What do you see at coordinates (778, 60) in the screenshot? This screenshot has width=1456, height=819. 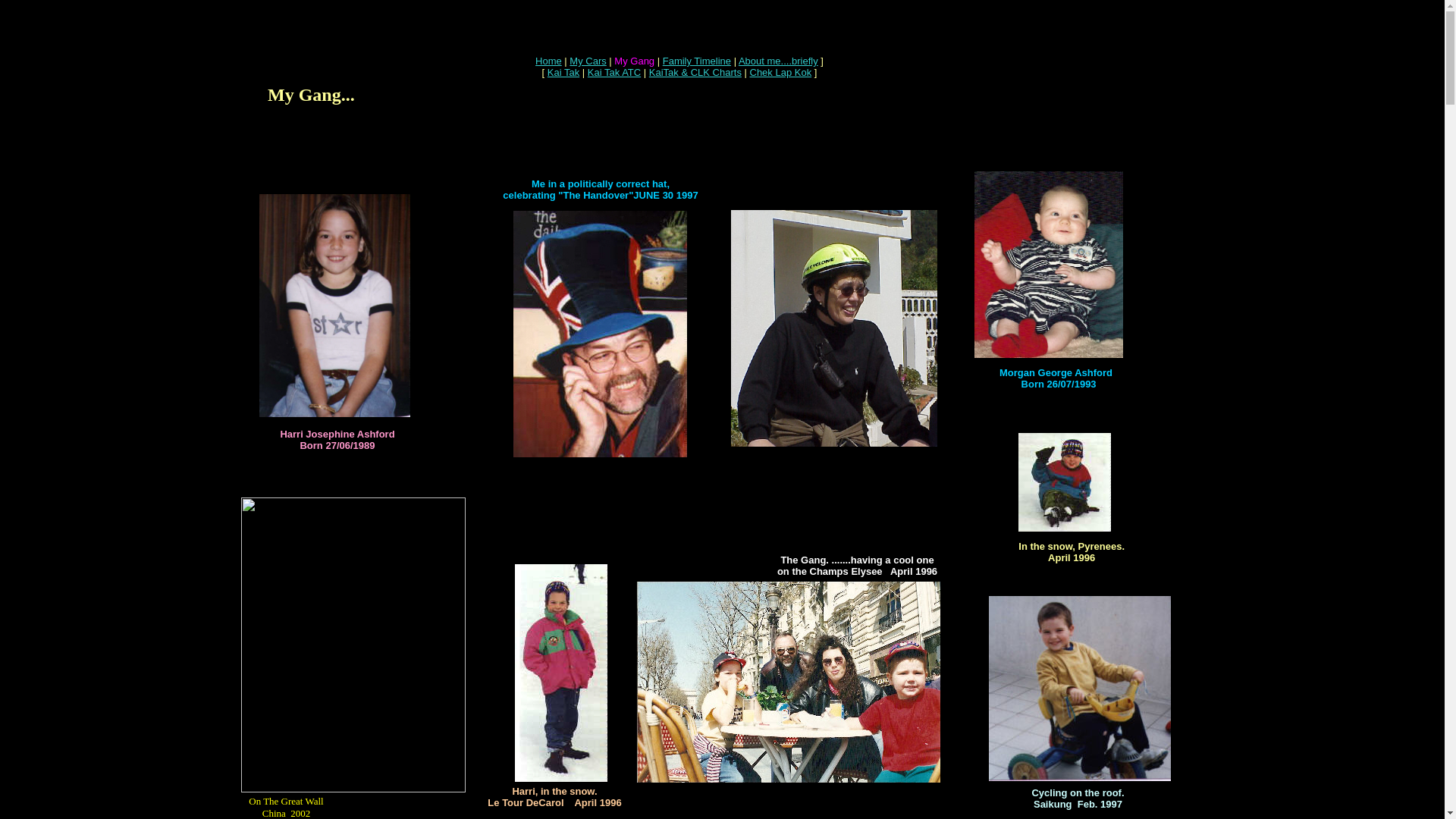 I see `'About me....briefly'` at bounding box center [778, 60].